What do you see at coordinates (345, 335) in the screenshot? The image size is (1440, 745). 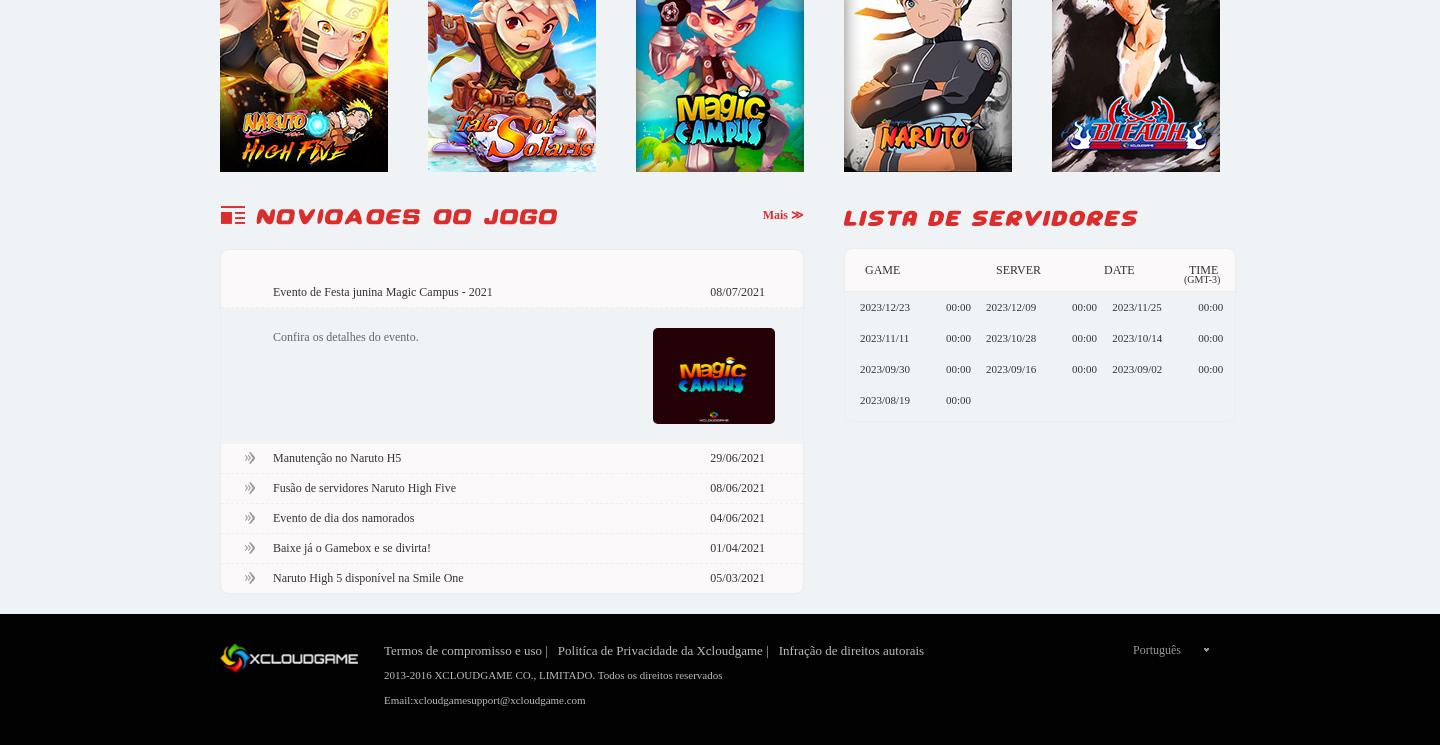 I see `'Confira os detalhes do evento.'` at bounding box center [345, 335].